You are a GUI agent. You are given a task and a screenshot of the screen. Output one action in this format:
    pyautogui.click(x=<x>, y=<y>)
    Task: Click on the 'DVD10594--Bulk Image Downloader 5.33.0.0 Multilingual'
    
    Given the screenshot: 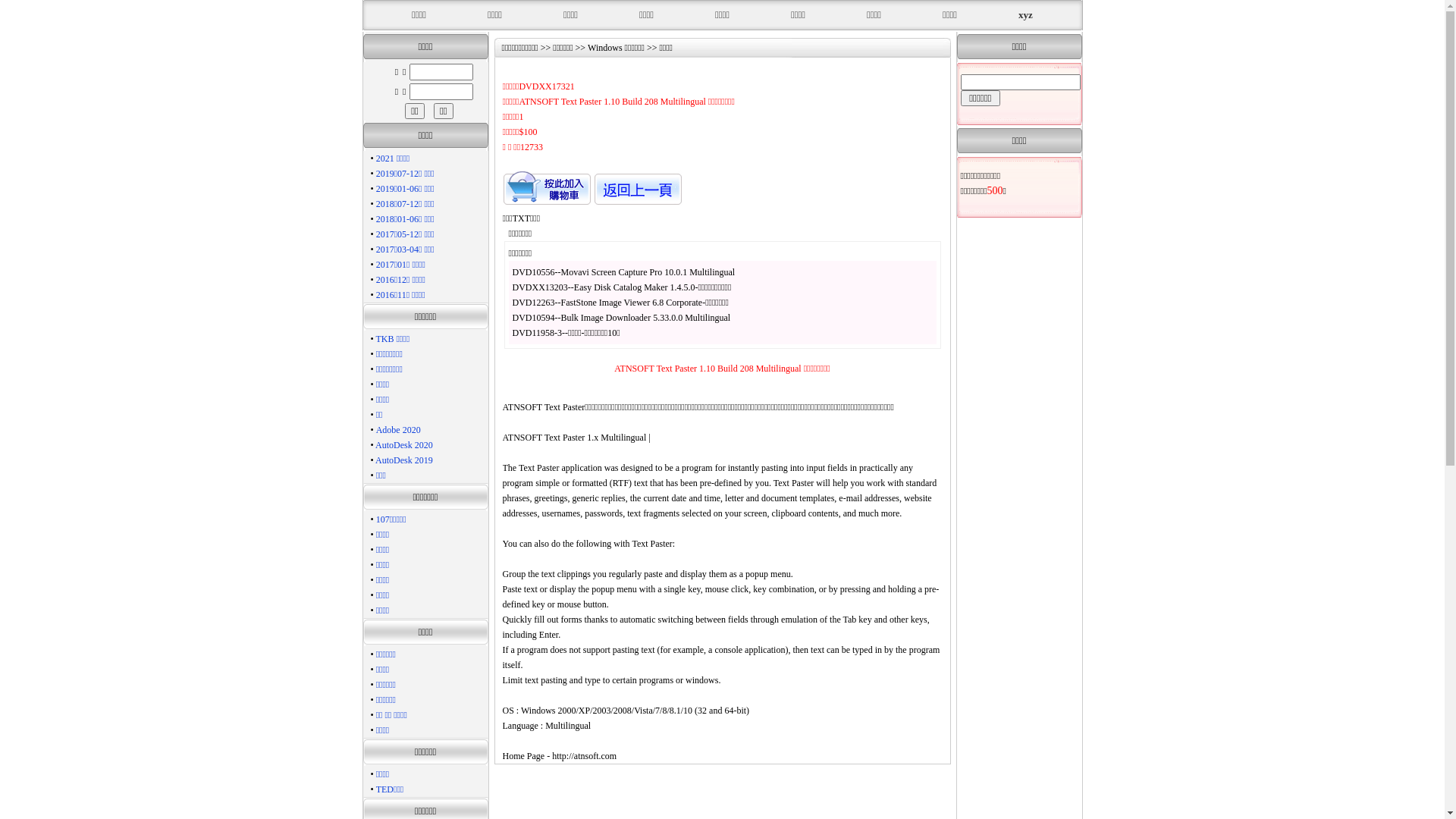 What is the action you would take?
    pyautogui.click(x=622, y=317)
    